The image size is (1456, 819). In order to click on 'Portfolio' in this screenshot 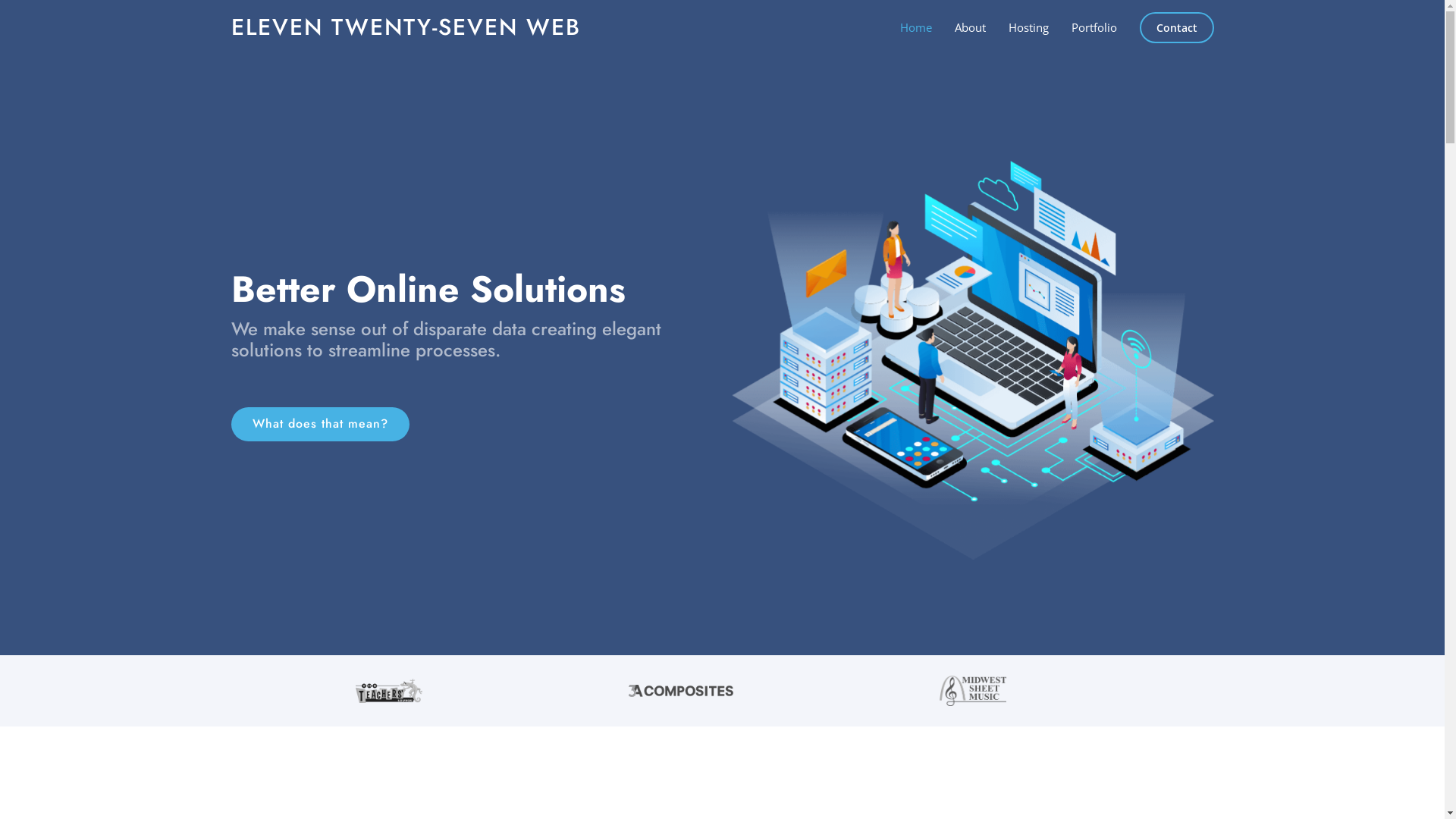, I will do `click(1047, 27)`.